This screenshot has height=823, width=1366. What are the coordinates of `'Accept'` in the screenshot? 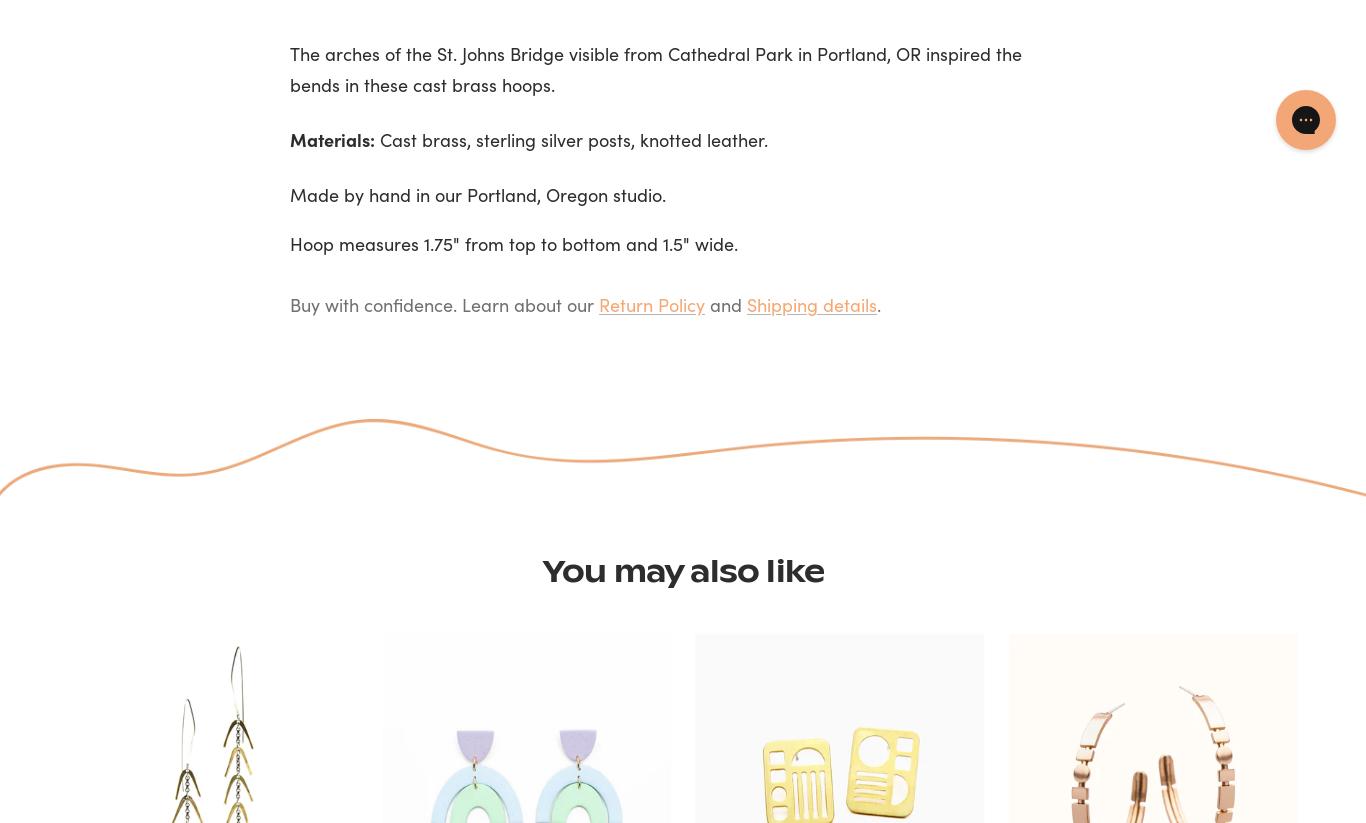 It's located at (1001, 83).